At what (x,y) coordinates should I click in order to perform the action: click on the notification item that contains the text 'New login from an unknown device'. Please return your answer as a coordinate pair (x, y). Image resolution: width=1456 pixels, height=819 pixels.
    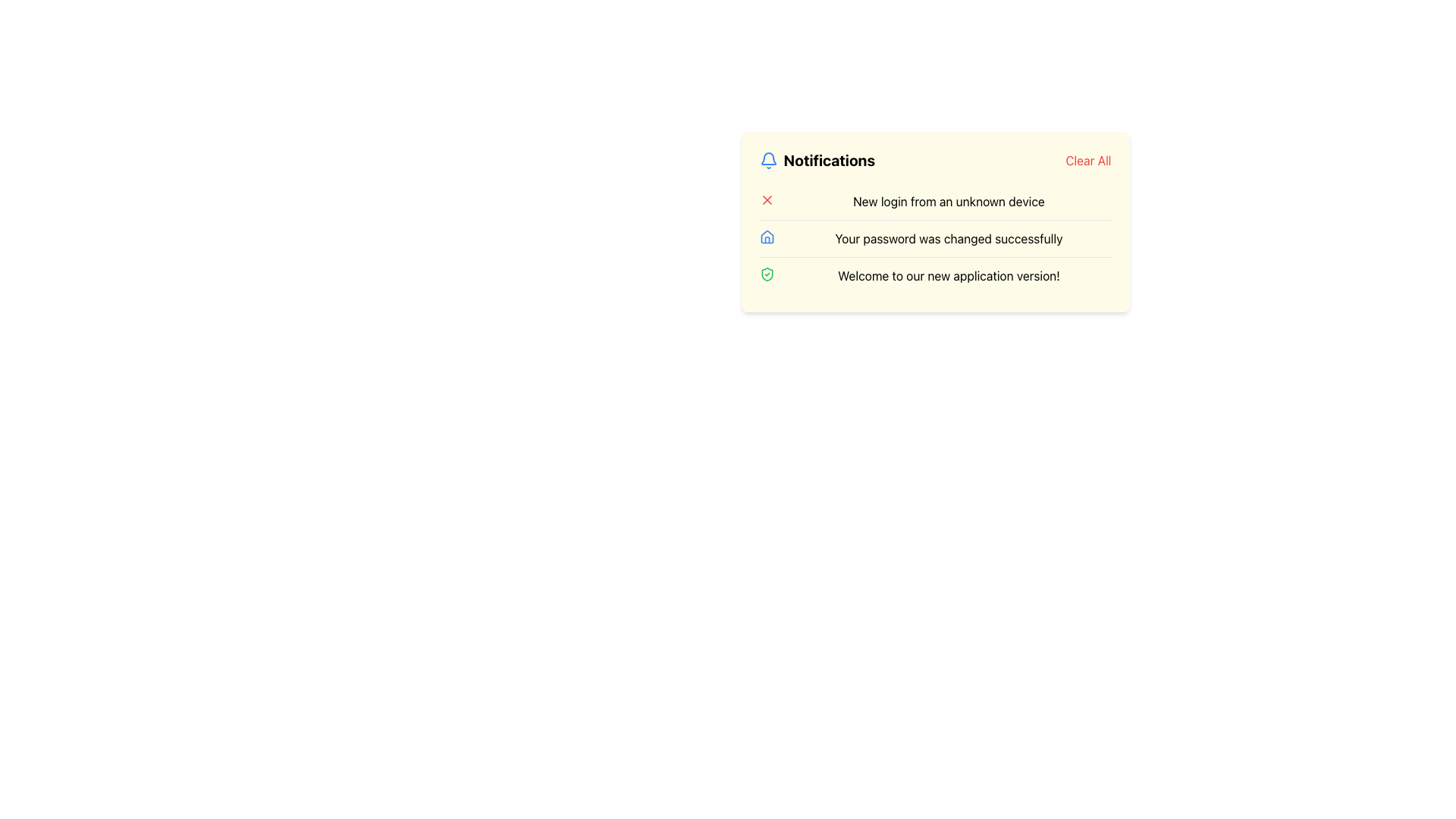
    Looking at the image, I should click on (934, 201).